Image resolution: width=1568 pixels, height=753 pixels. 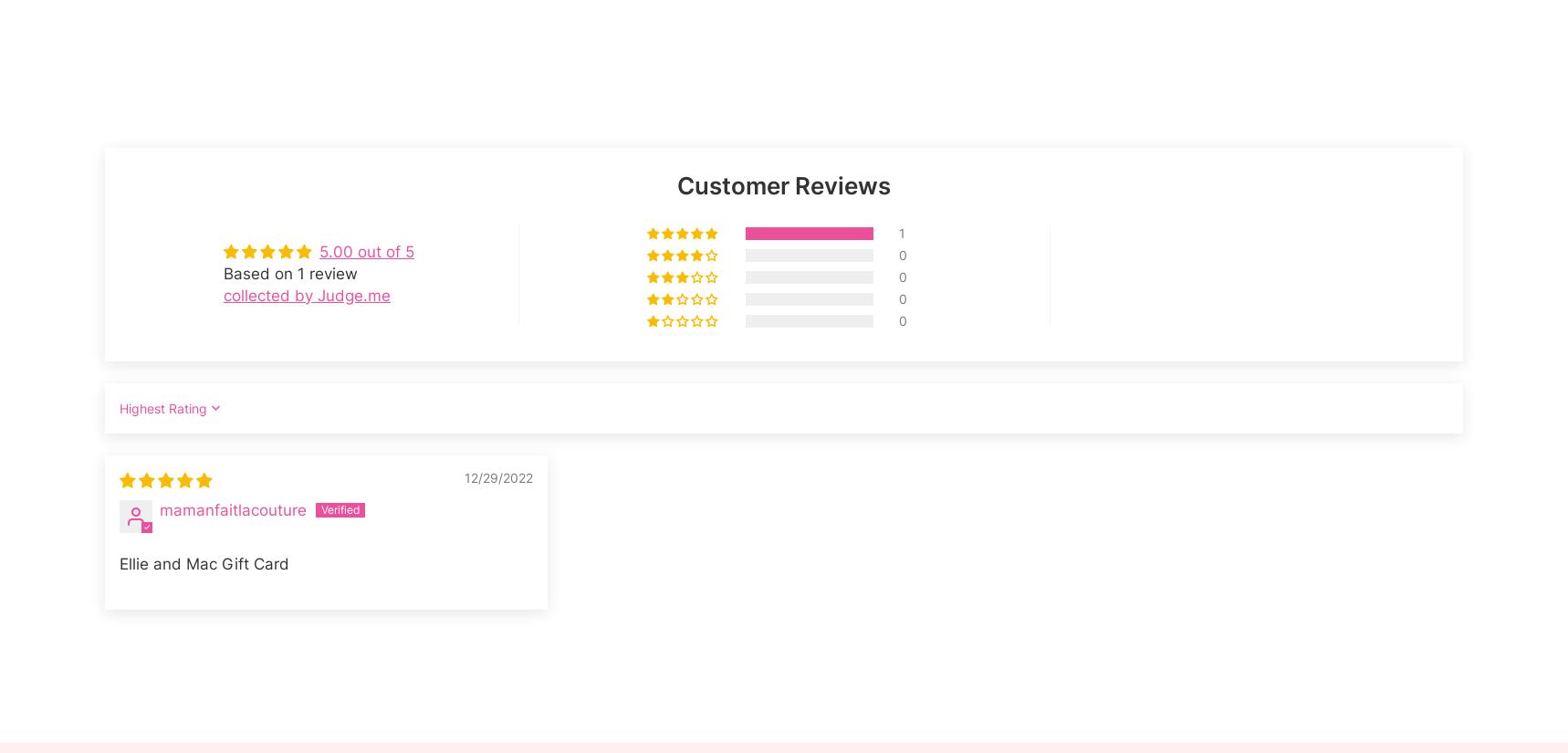 What do you see at coordinates (169, 504) in the screenshot?
I see `'Bangladesh (USD $)'` at bounding box center [169, 504].